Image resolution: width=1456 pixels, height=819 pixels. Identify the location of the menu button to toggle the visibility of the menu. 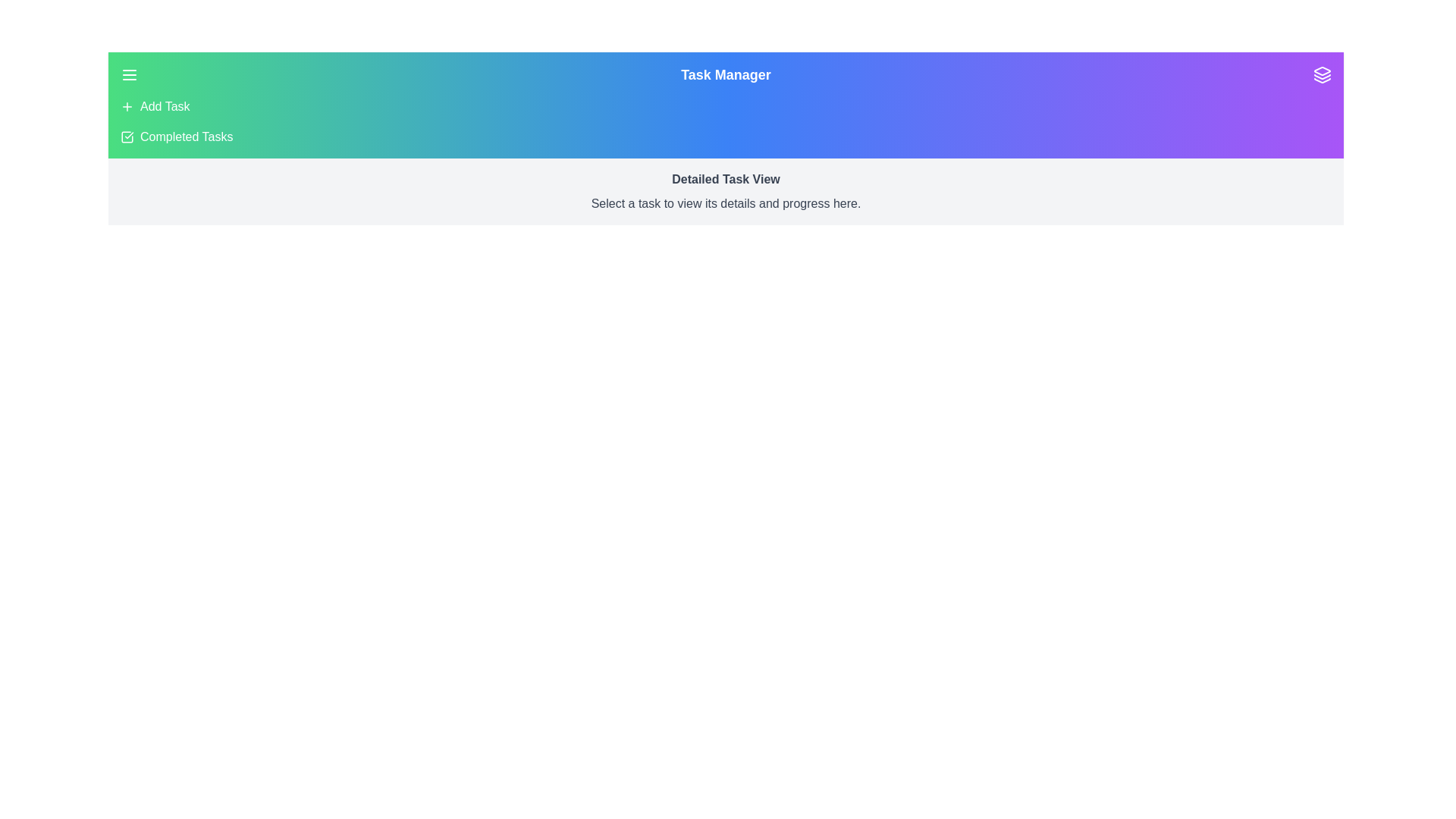
(130, 75).